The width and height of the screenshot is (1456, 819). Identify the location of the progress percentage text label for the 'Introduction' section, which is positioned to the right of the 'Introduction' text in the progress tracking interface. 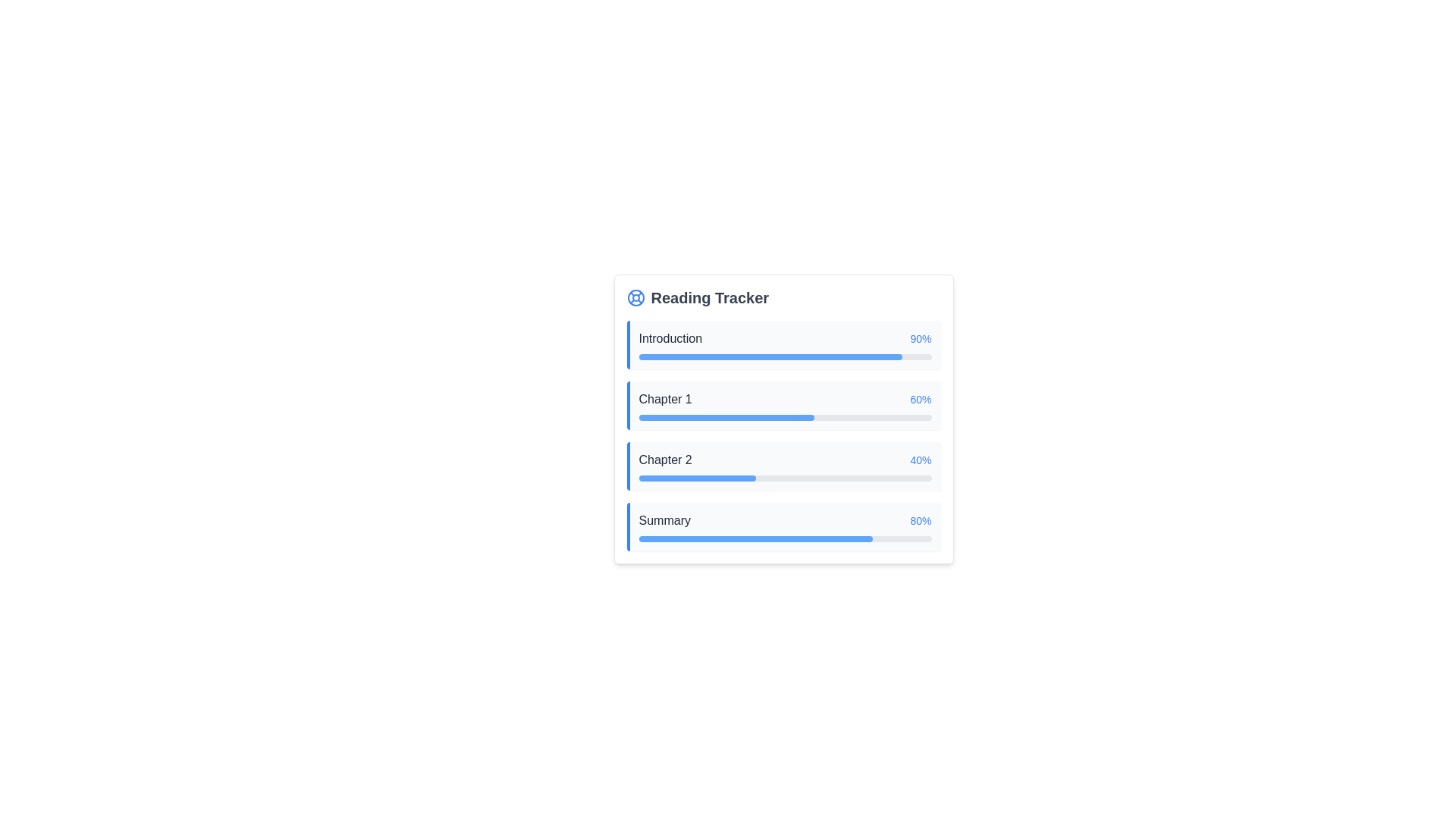
(920, 338).